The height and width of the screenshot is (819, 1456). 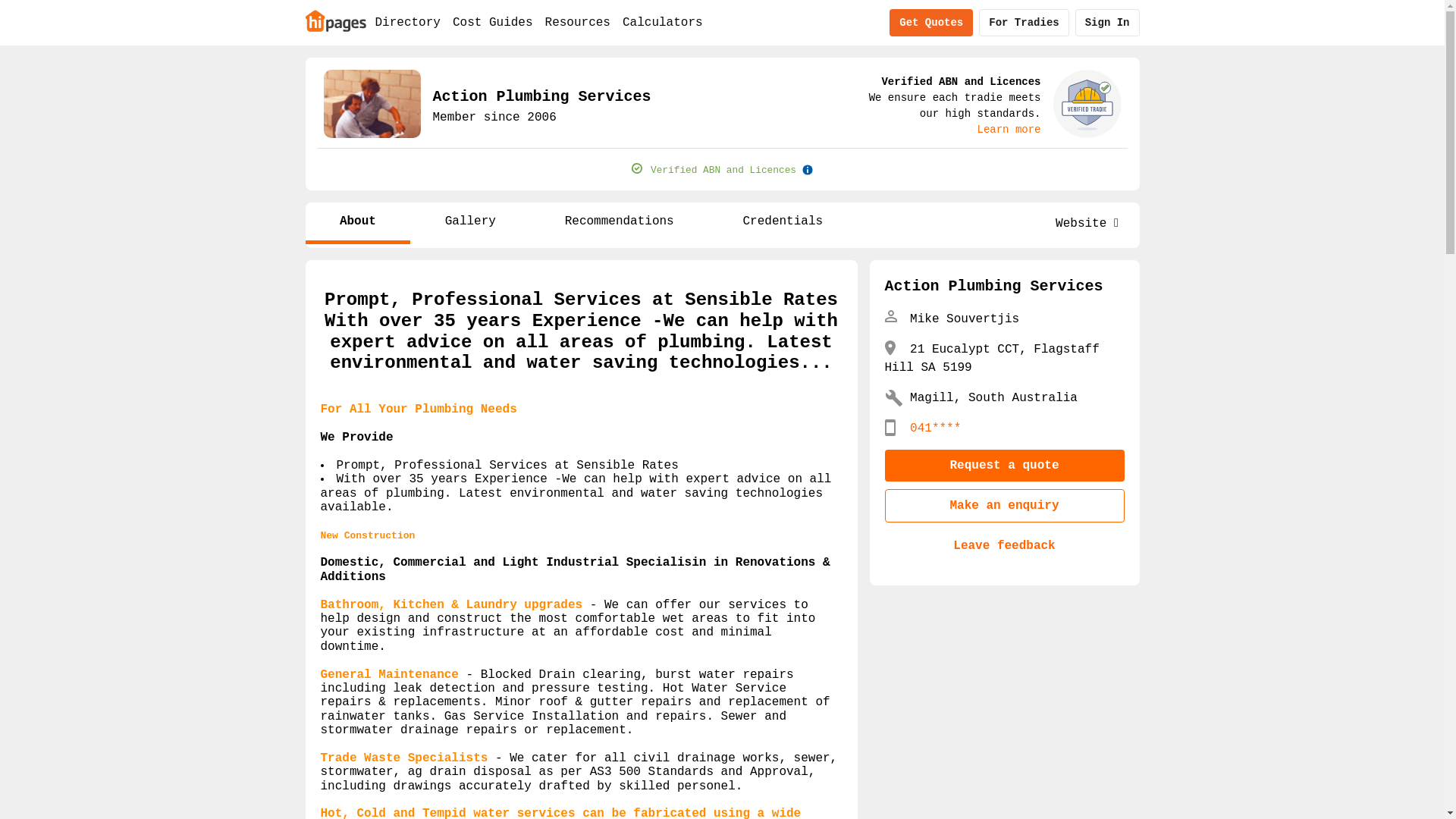 I want to click on 'Recommendations', so click(x=619, y=223).